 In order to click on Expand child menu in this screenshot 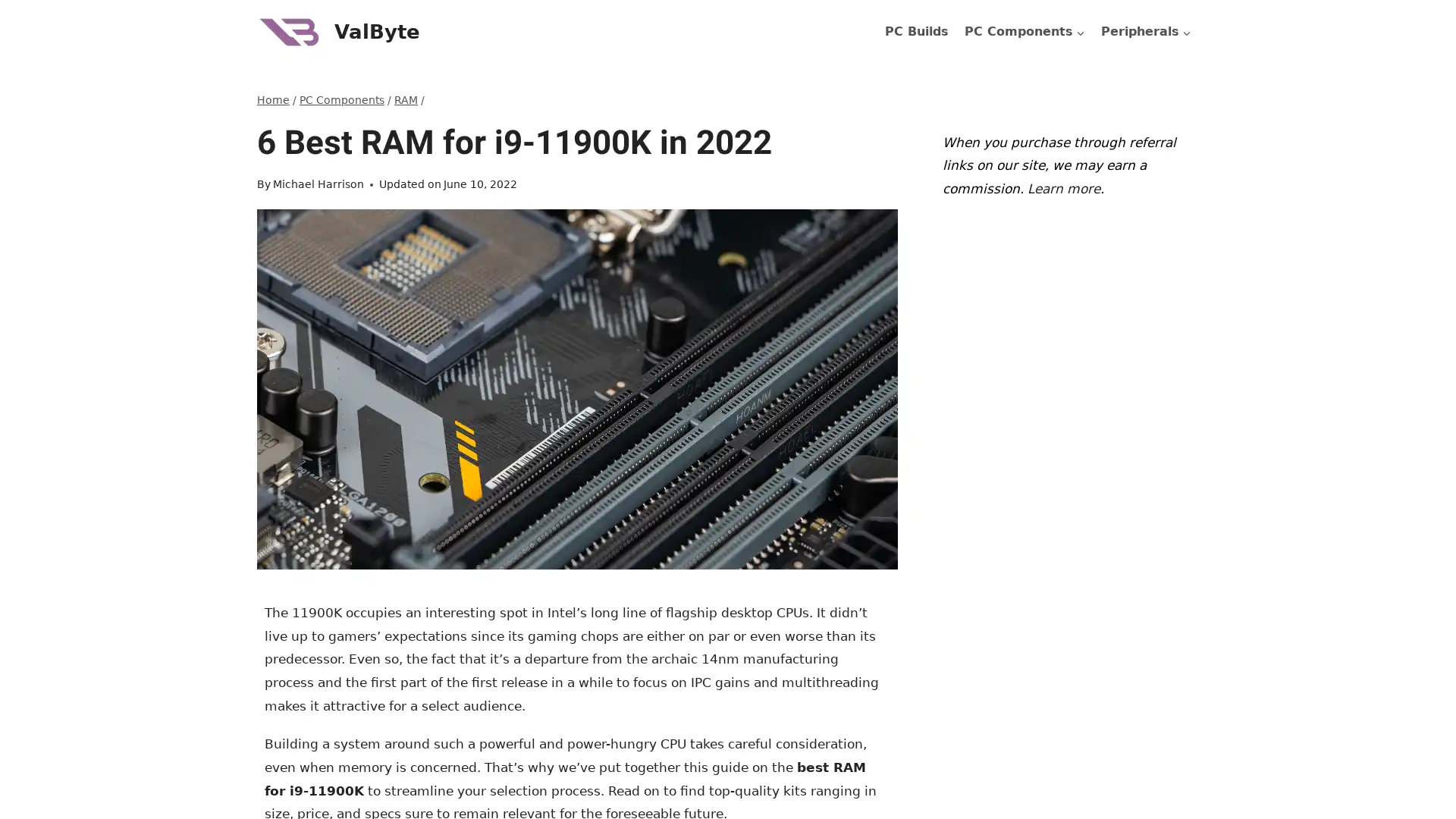, I will do `click(1024, 32)`.